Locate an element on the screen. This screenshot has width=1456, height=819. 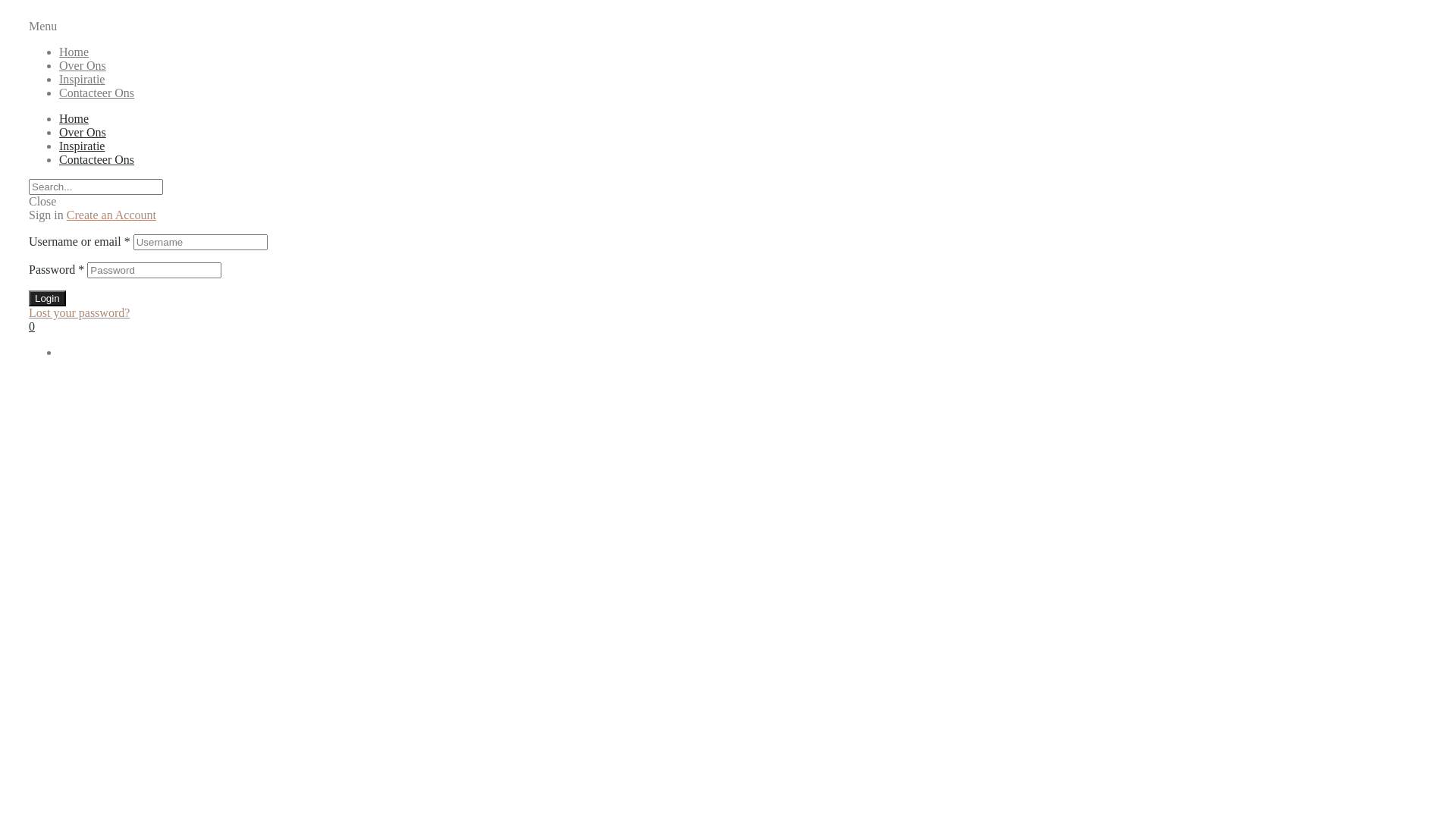
'Search' is located at coordinates (95, 186).